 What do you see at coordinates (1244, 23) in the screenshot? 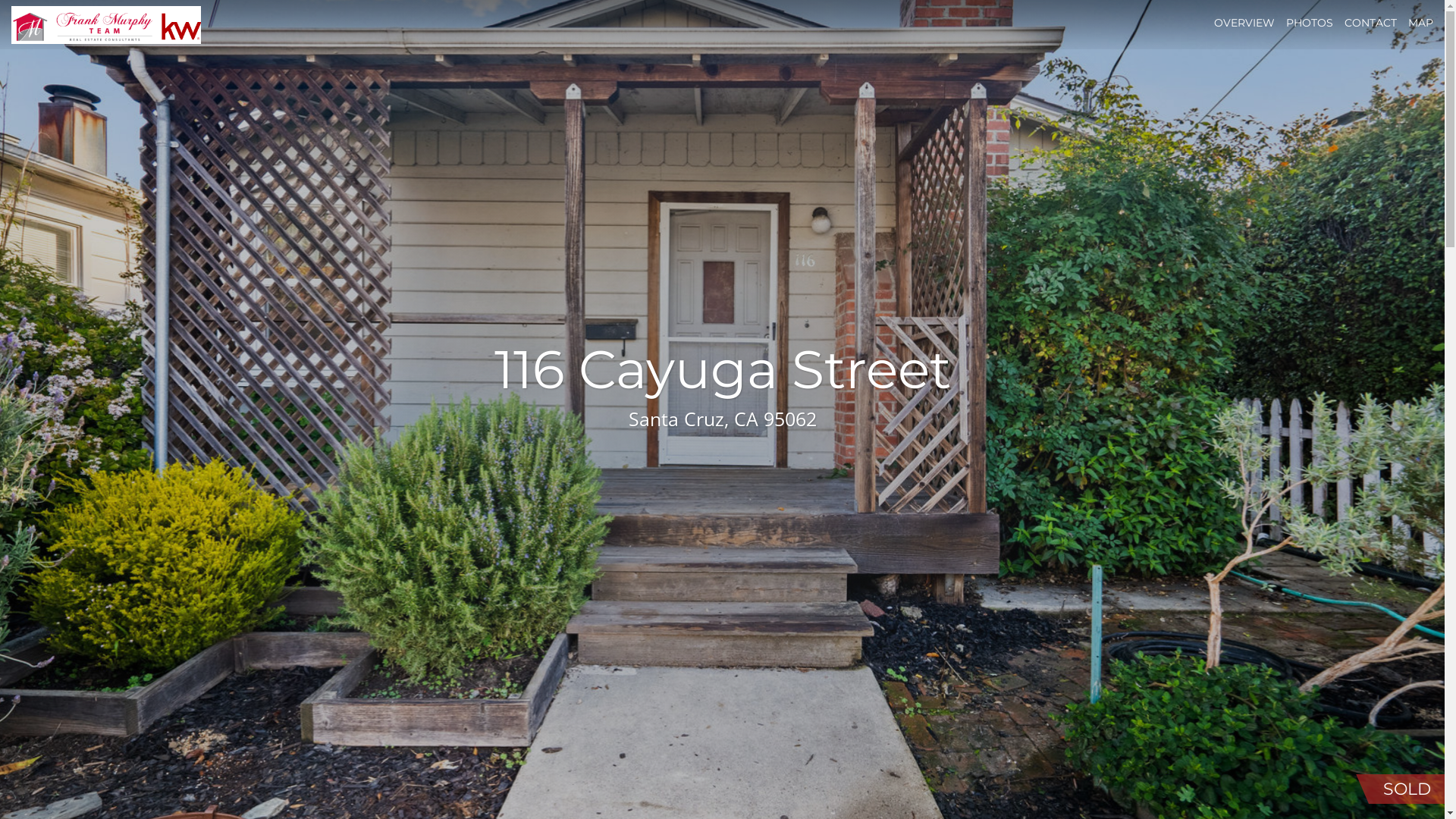
I see `'OVERVIEW'` at bounding box center [1244, 23].